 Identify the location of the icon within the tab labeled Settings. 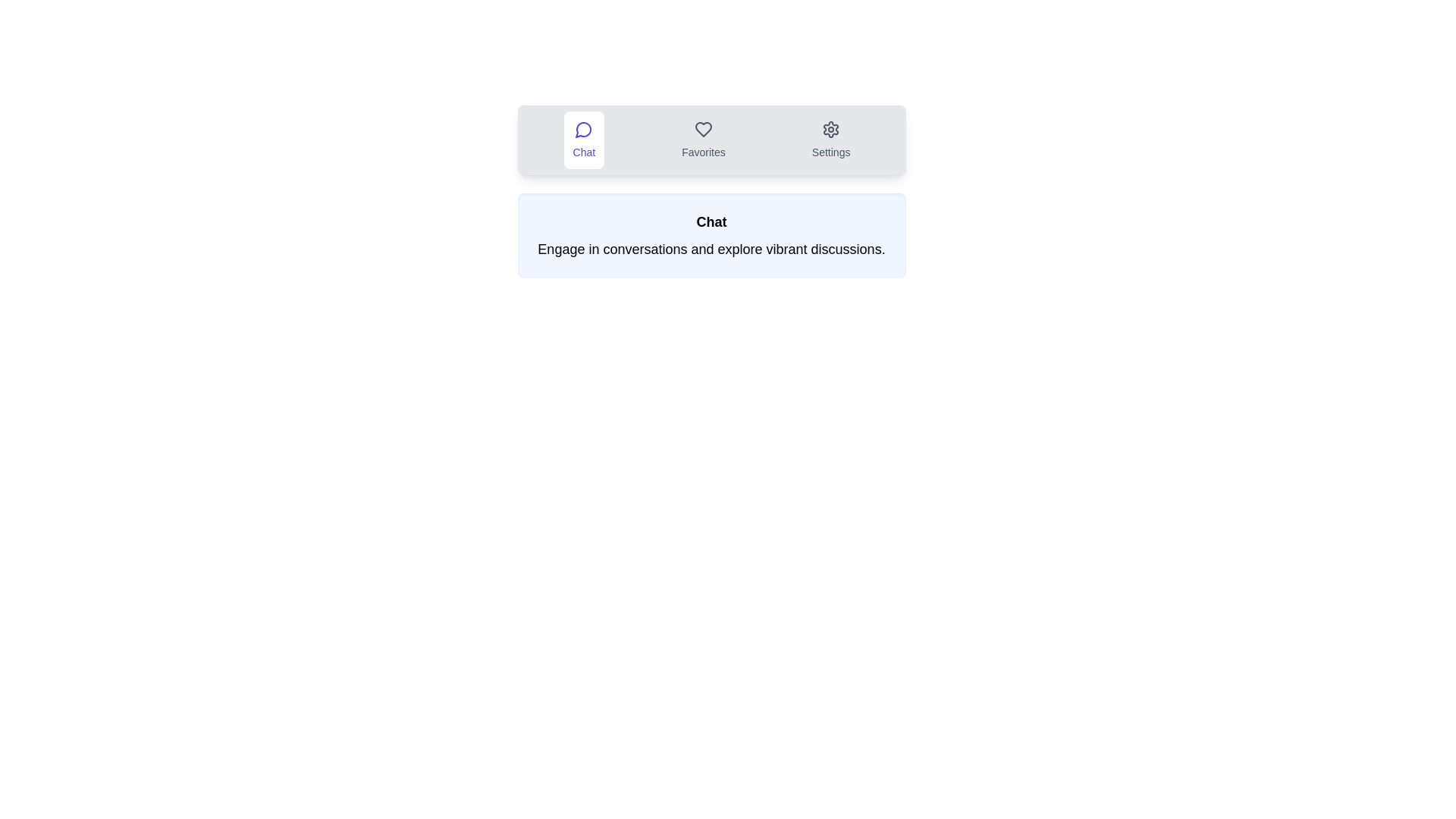
(830, 140).